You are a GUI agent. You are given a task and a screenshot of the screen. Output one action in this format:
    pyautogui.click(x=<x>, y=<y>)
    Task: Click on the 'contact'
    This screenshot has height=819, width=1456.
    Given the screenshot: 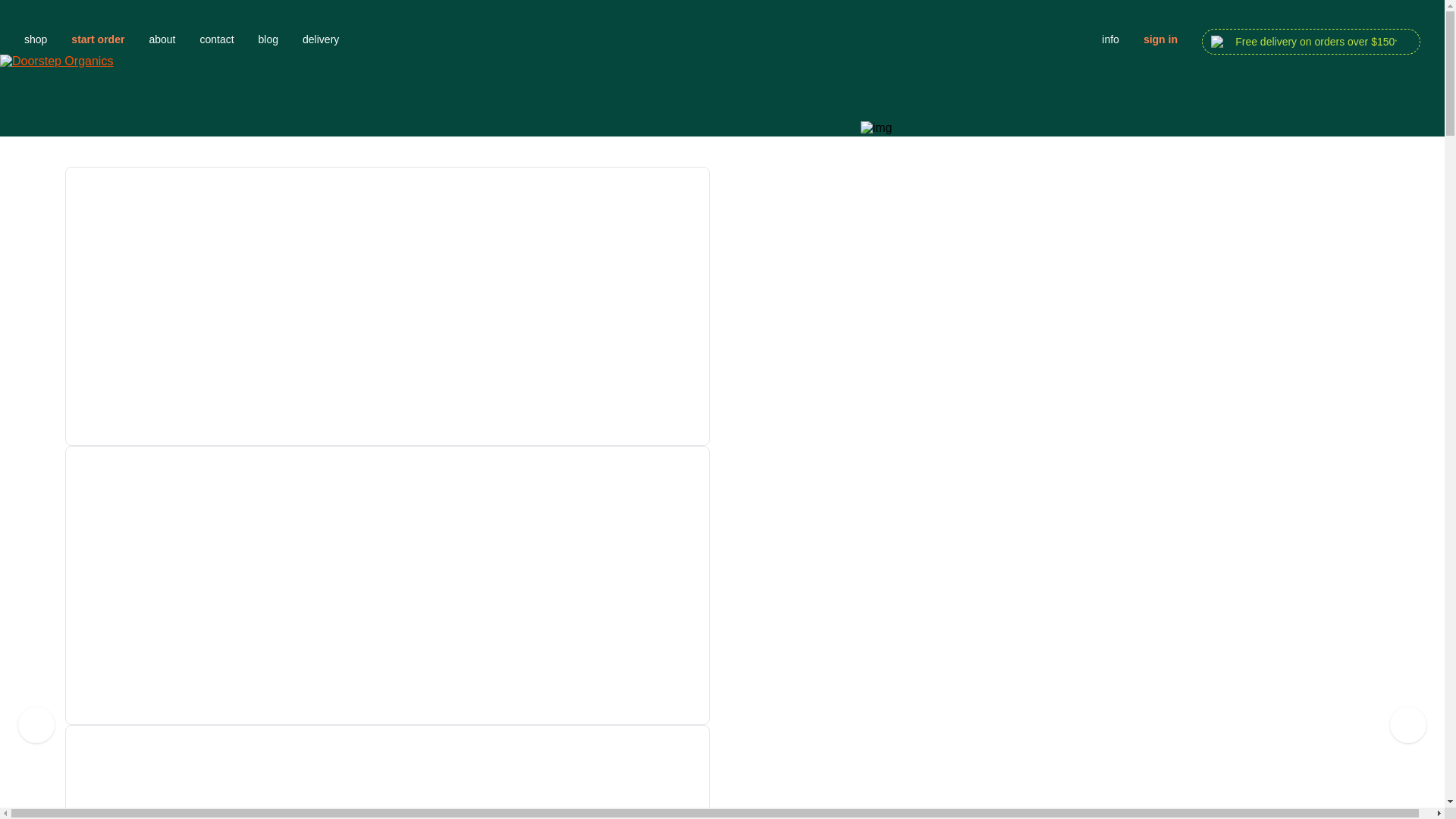 What is the action you would take?
    pyautogui.click(x=199, y=38)
    